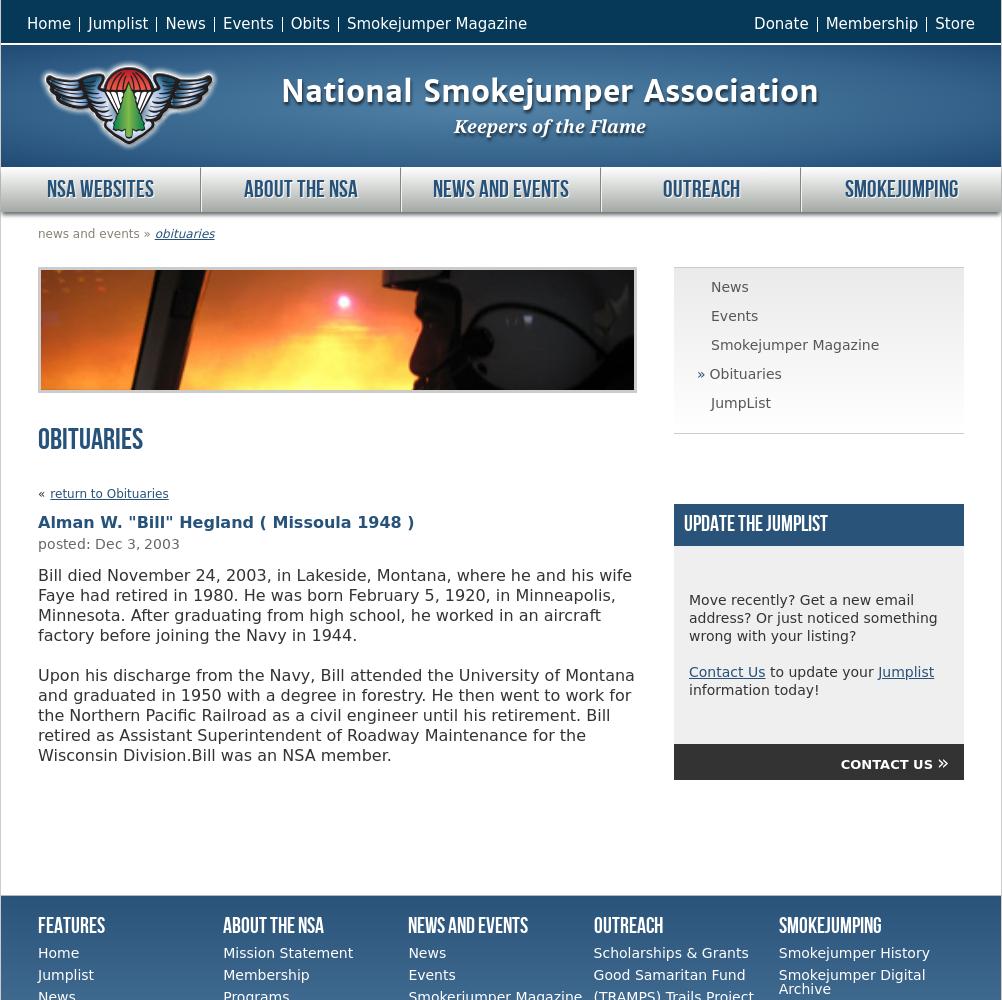 This screenshot has width=1002, height=1000. What do you see at coordinates (669, 974) in the screenshot?
I see `'Good Samaritan Fund'` at bounding box center [669, 974].